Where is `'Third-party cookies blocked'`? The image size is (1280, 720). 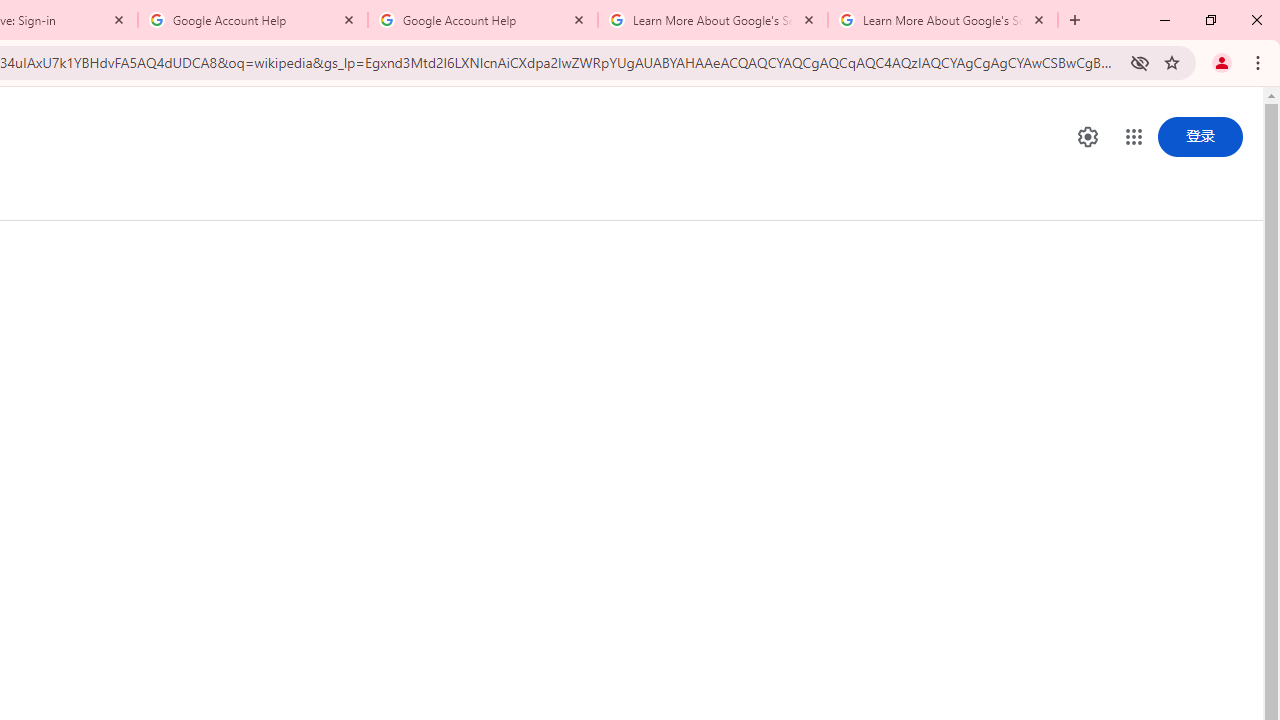 'Third-party cookies blocked' is located at coordinates (1139, 61).